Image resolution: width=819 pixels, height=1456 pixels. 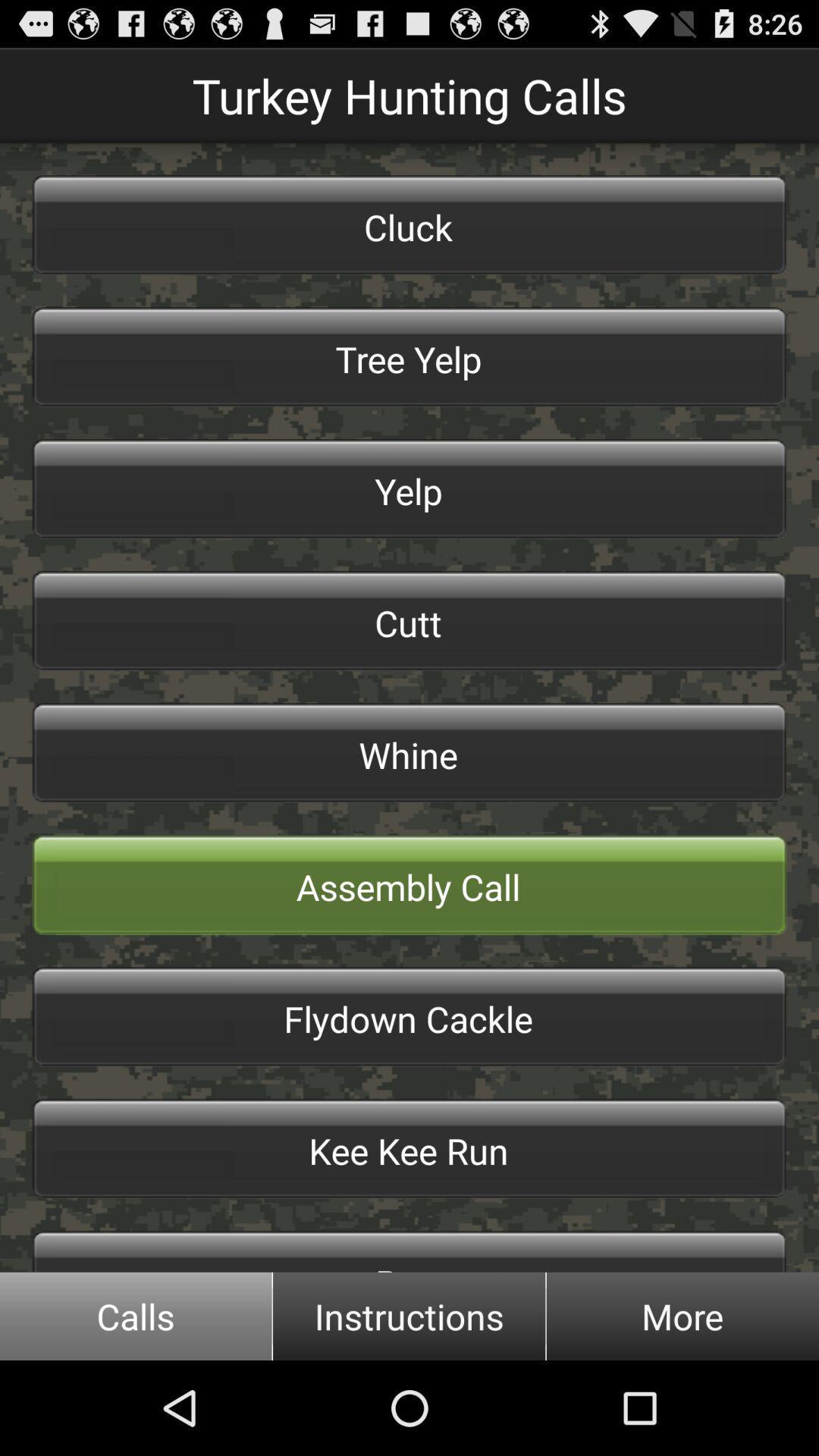 I want to click on the icon below cutt button, so click(x=409, y=753).